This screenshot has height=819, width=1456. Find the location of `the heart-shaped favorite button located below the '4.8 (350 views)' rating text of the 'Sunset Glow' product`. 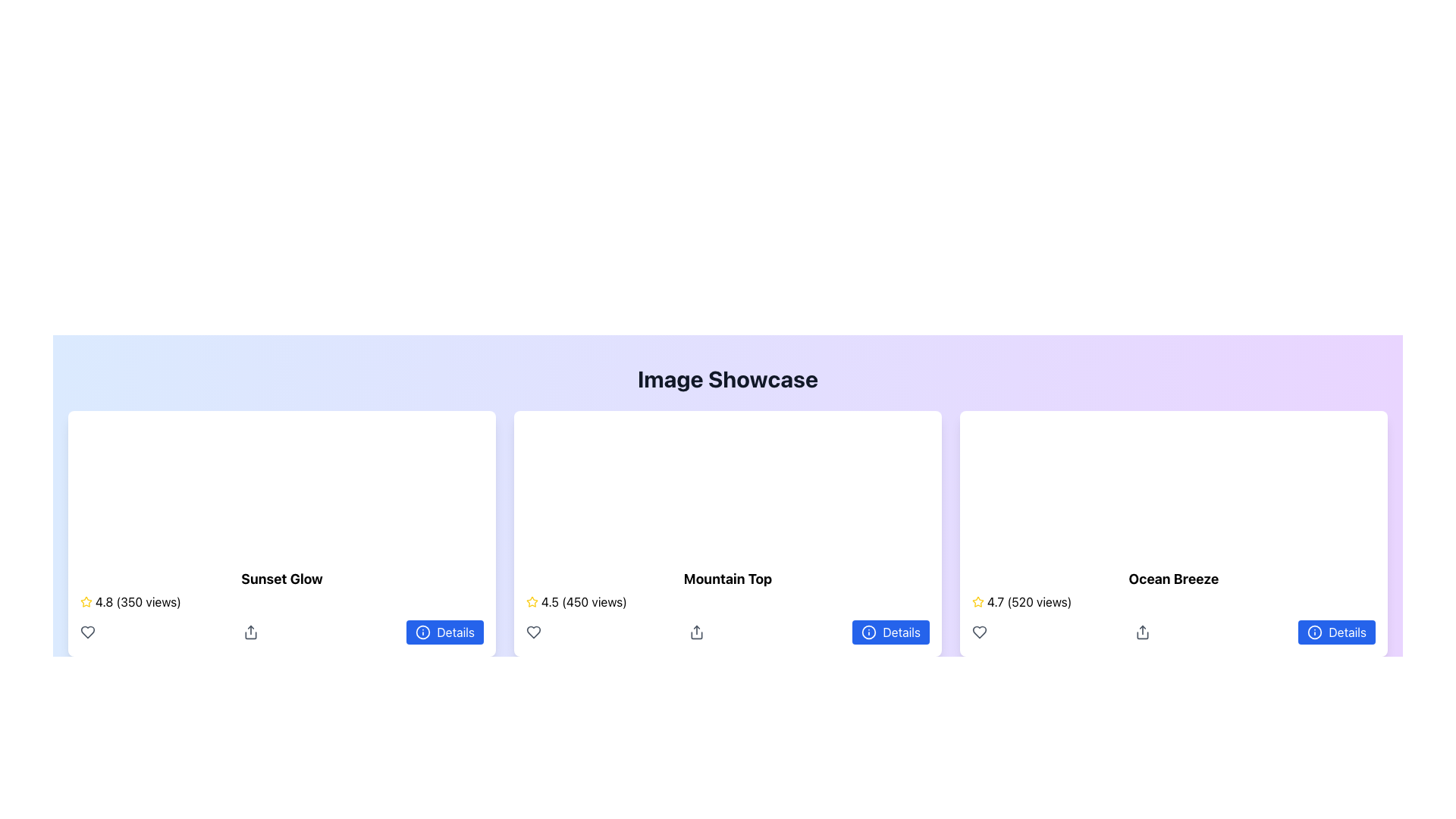

the heart-shaped favorite button located below the '4.8 (350 views)' rating text of the 'Sunset Glow' product is located at coordinates (86, 632).